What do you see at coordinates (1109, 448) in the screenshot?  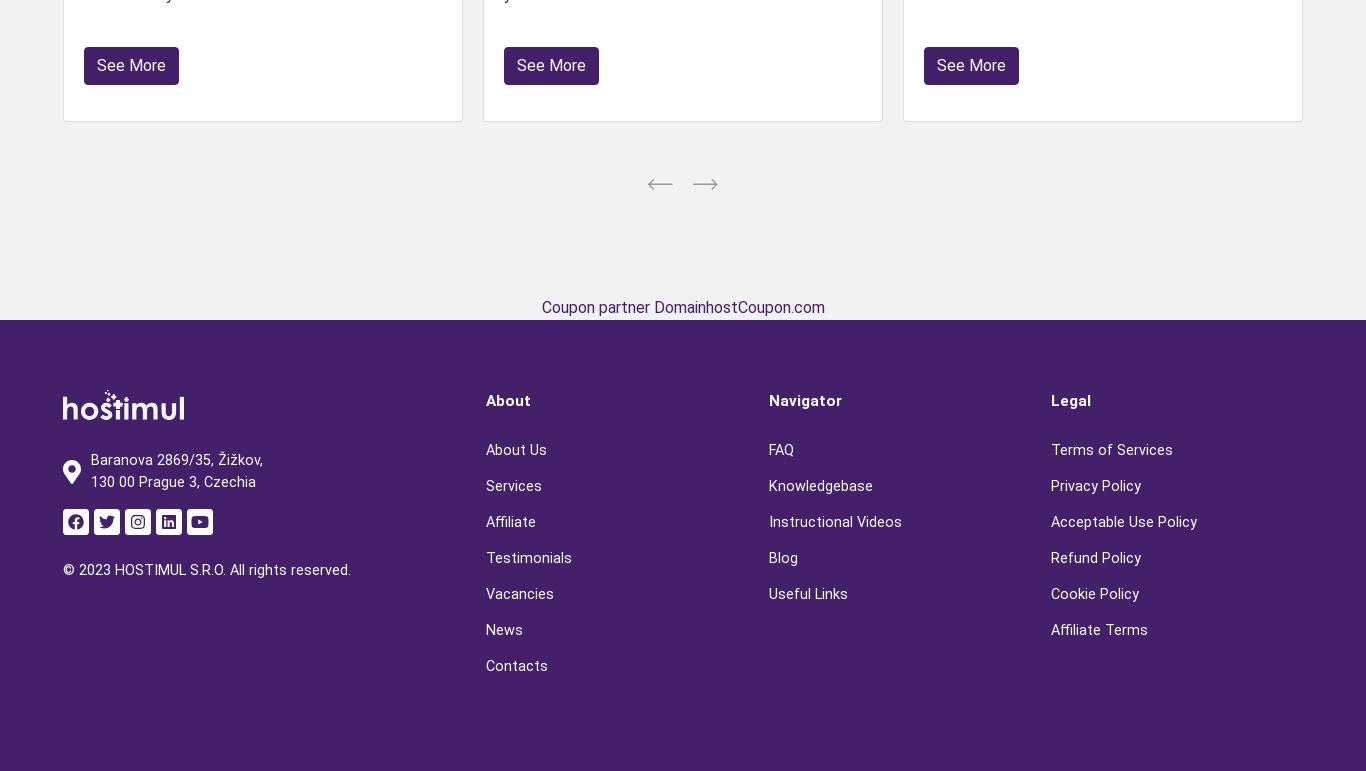 I see `'Terms of Services'` at bounding box center [1109, 448].